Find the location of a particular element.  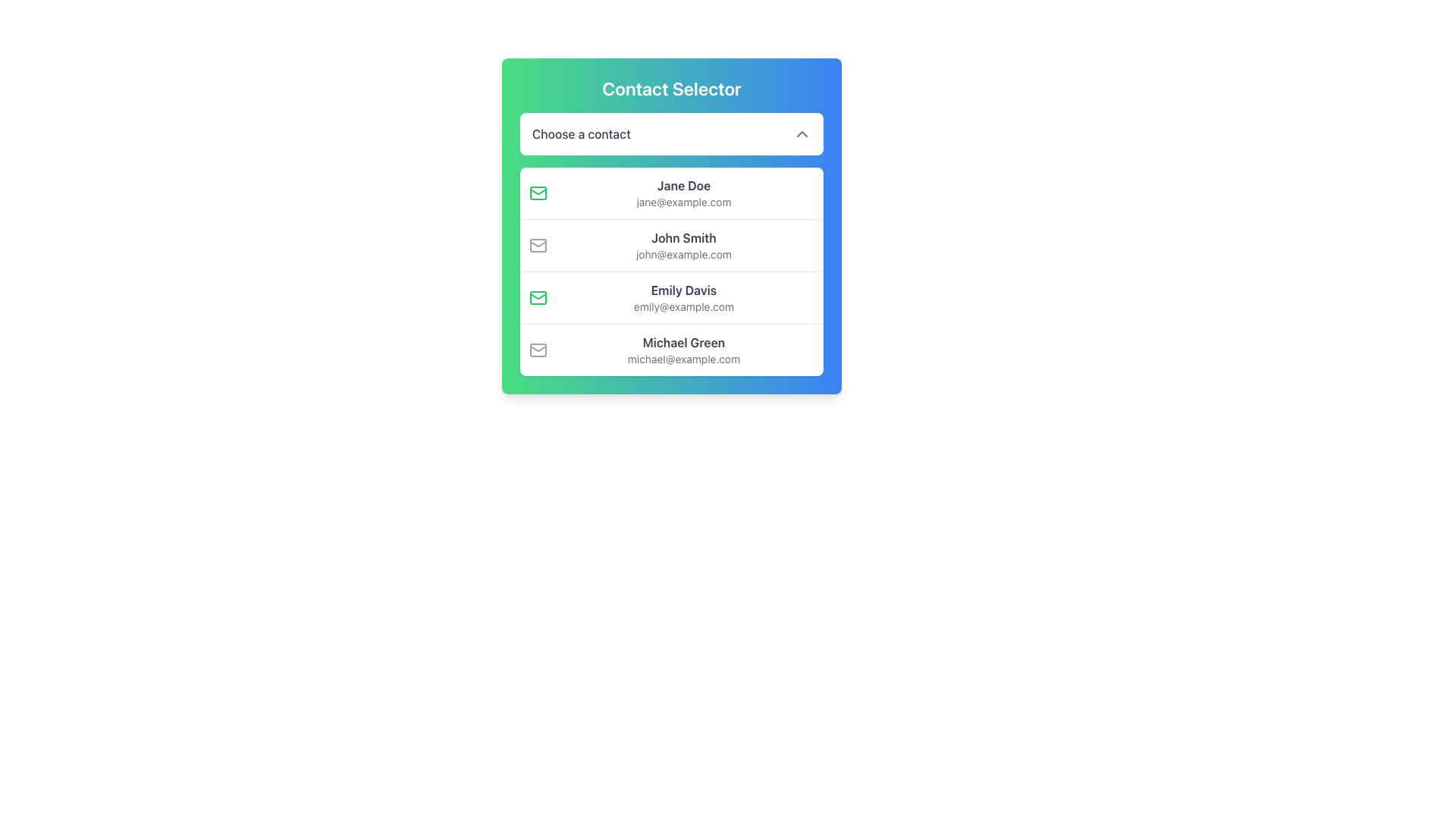

the chevron-down icon that expands or collapses the associated drop-down menu in the 'Choose a contact' selection bar is located at coordinates (801, 133).